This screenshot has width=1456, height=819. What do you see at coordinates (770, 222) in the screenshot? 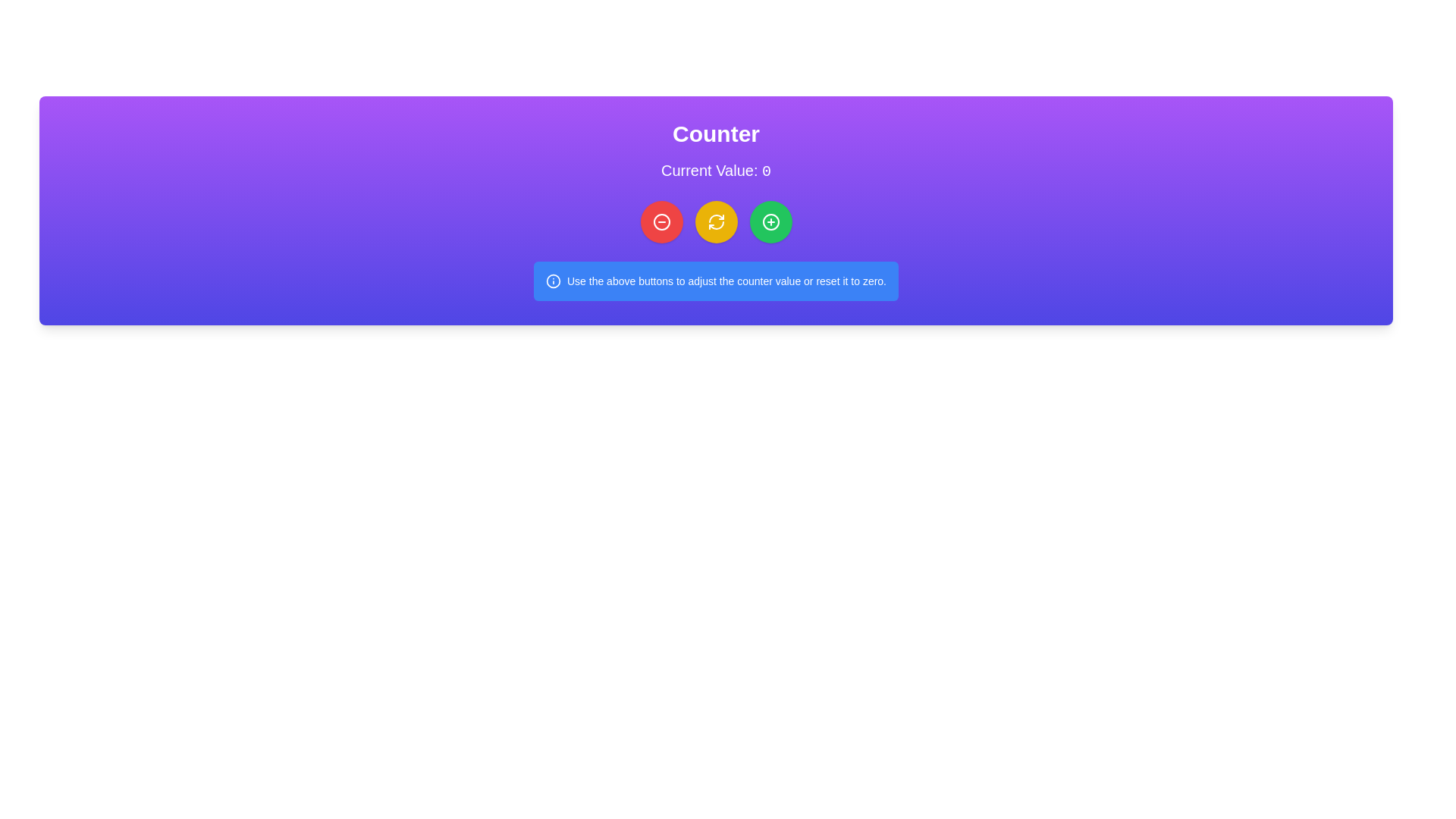
I see `the rightmost button in the set of three buttons to increment the counter value displayed on the interface` at bounding box center [770, 222].